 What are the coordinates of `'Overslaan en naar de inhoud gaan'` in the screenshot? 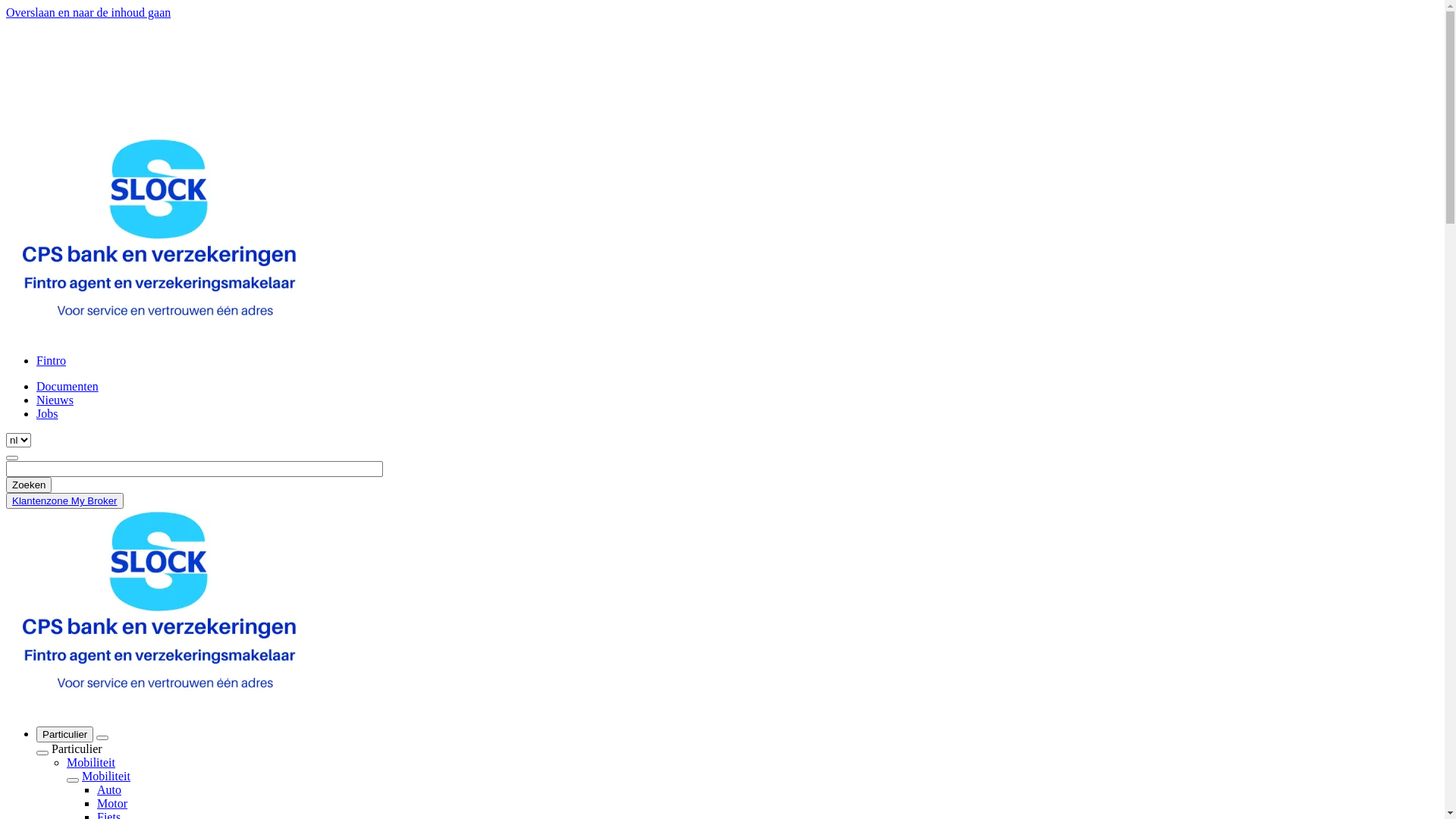 It's located at (6, 12).